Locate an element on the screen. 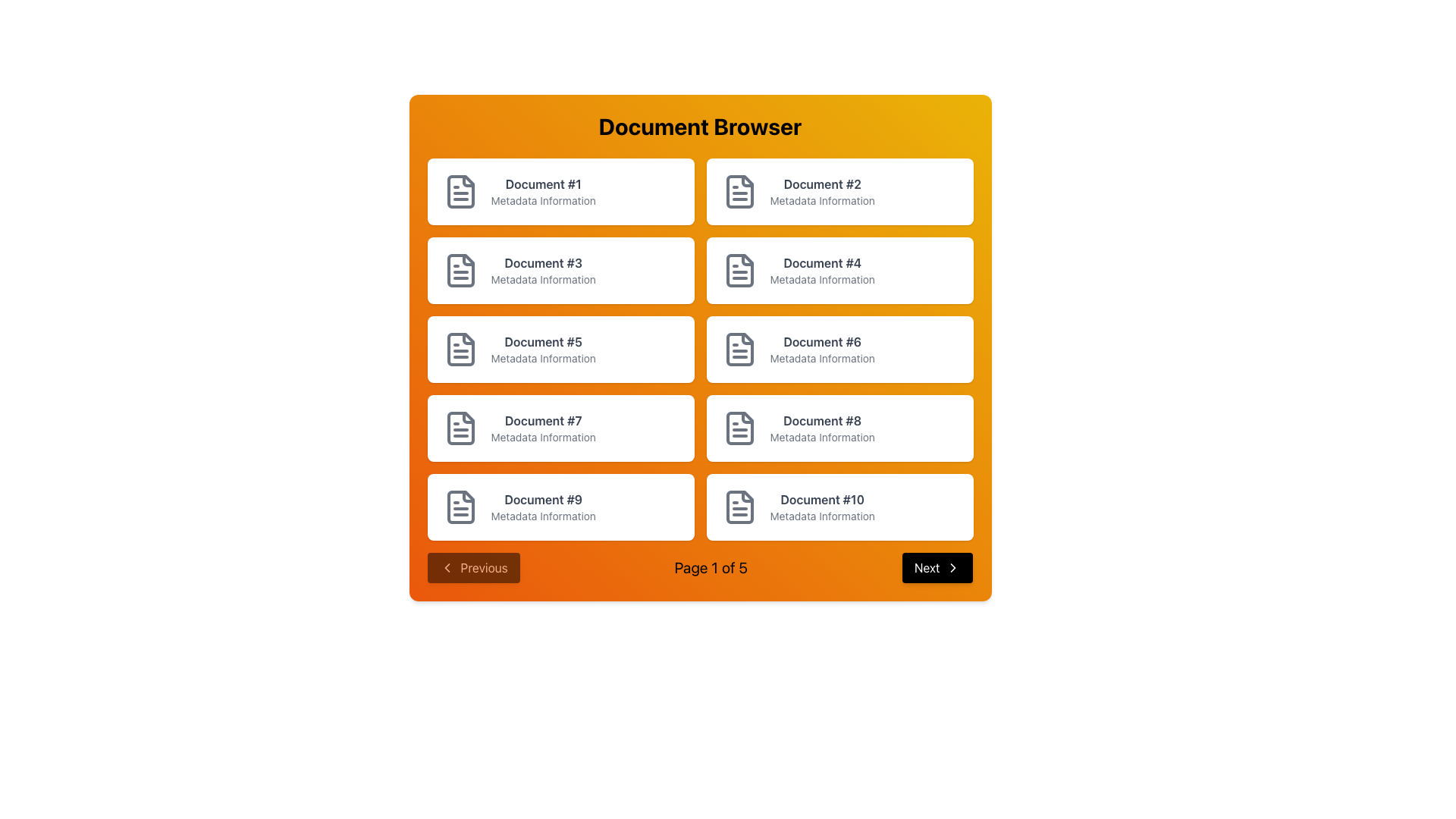 The height and width of the screenshot is (819, 1456). the graphical detail in the SVG illustration that indicates a folded corner for the second document icon in the grid under 'Document #2' is located at coordinates (747, 180).